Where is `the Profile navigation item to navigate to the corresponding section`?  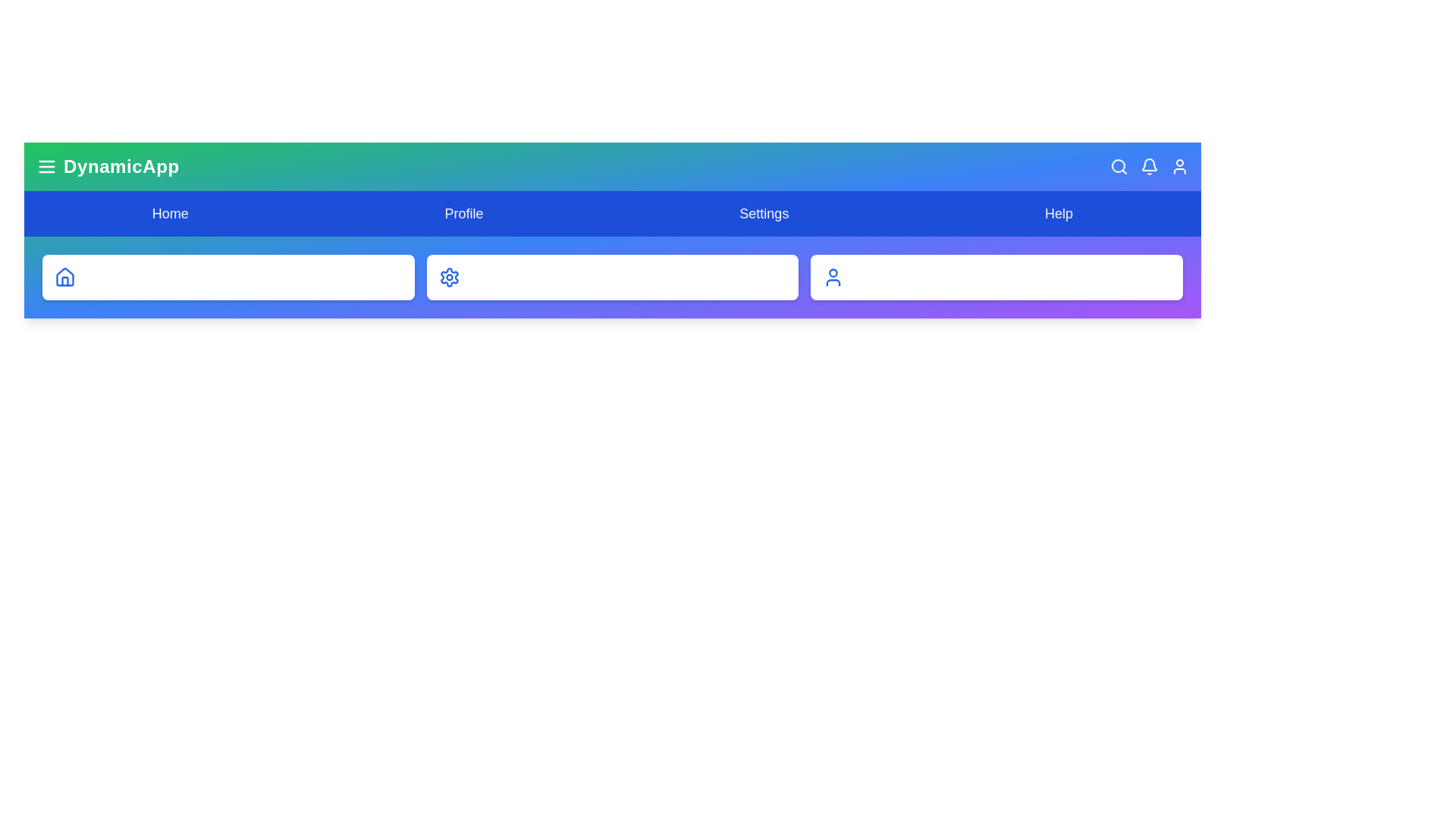
the Profile navigation item to navigate to the corresponding section is located at coordinates (463, 213).